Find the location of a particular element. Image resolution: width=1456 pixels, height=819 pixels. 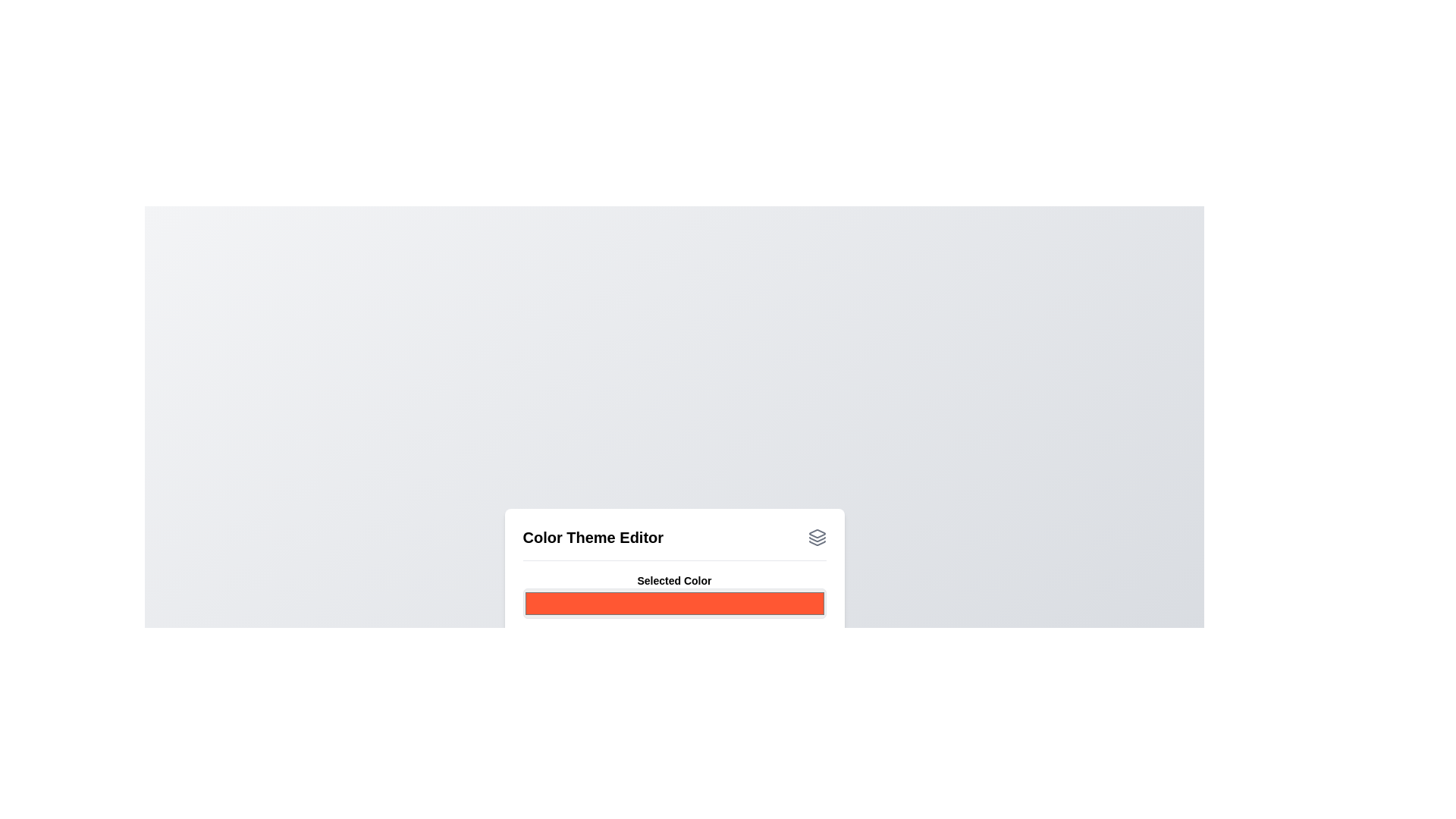

the third and bottom-most icon in the header of the 'Color Theme Editor' card, which resembles a layer or sandwich-like structure is located at coordinates (816, 542).